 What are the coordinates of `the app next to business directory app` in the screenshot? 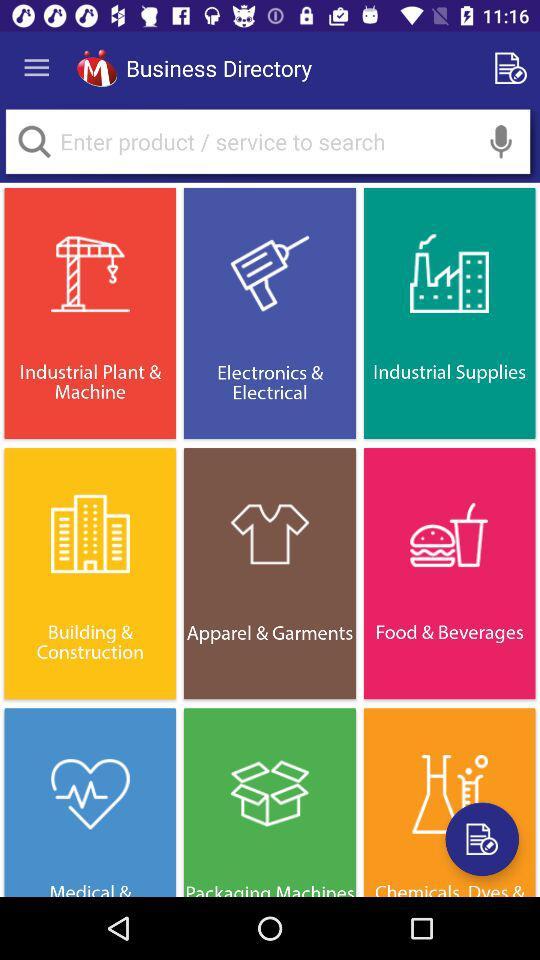 It's located at (96, 68).